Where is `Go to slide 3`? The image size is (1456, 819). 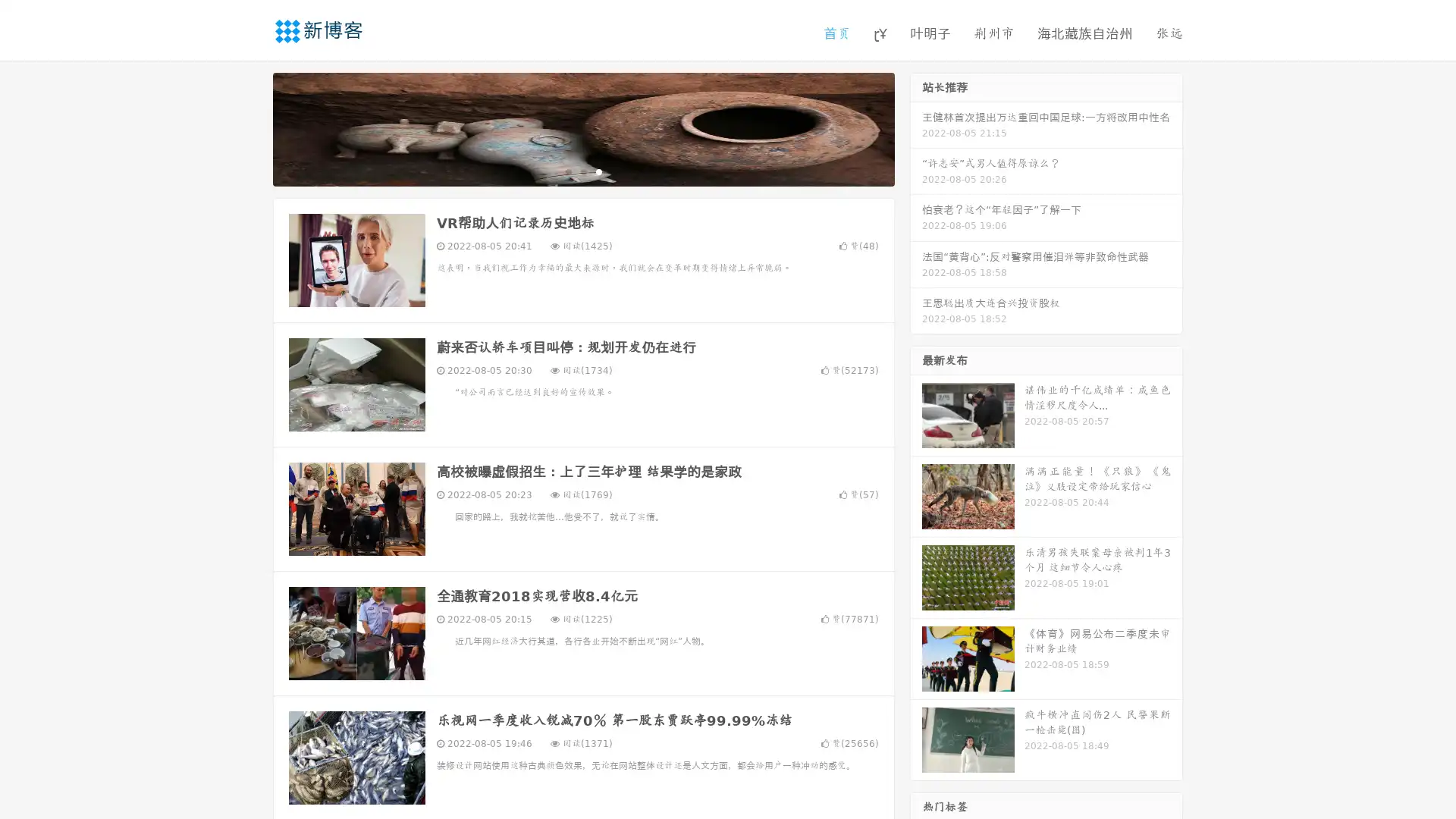
Go to slide 3 is located at coordinates (598, 171).